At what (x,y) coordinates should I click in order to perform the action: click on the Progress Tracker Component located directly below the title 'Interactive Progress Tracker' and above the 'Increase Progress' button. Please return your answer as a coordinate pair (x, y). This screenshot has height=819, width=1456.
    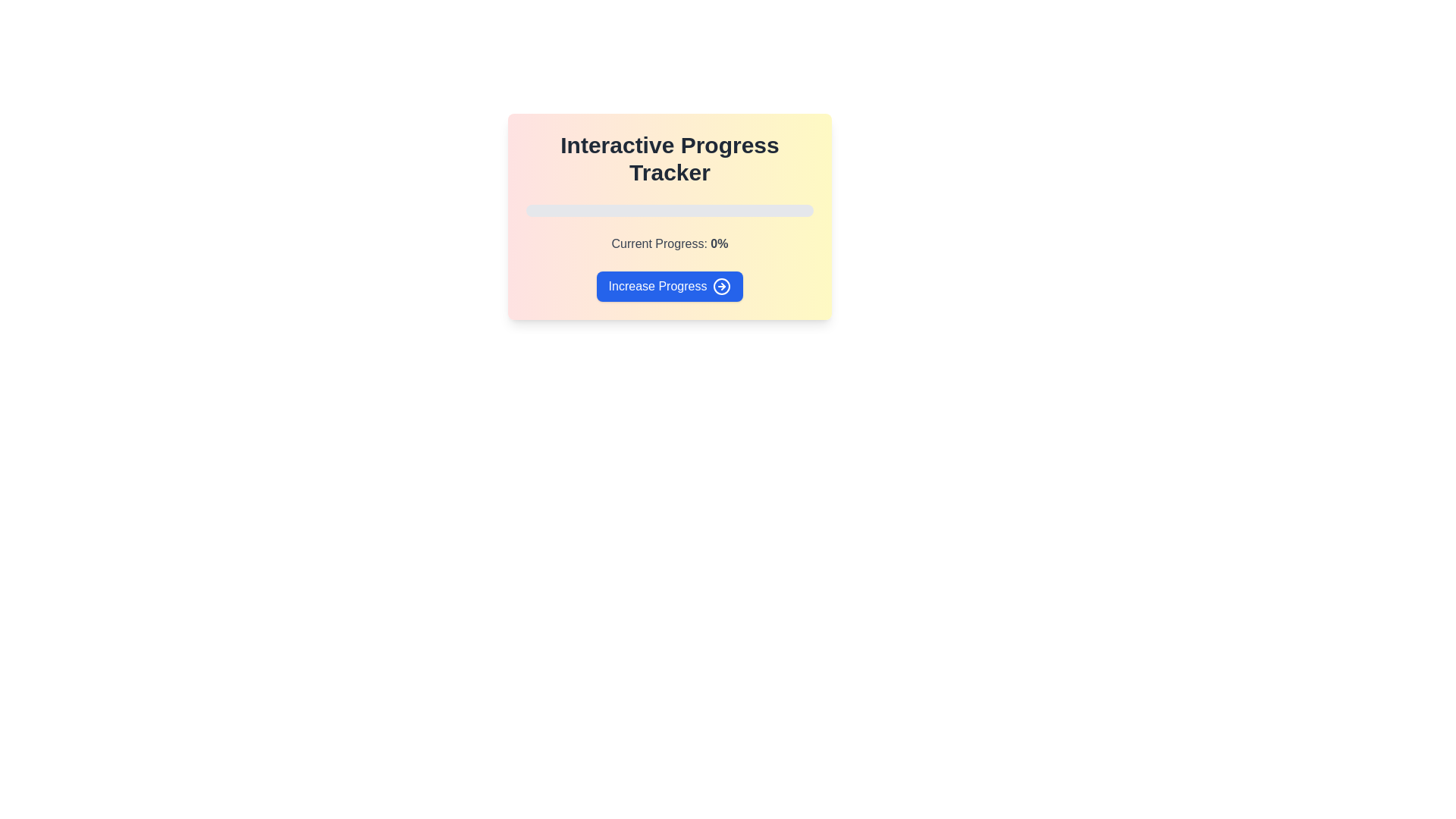
    Looking at the image, I should click on (669, 216).